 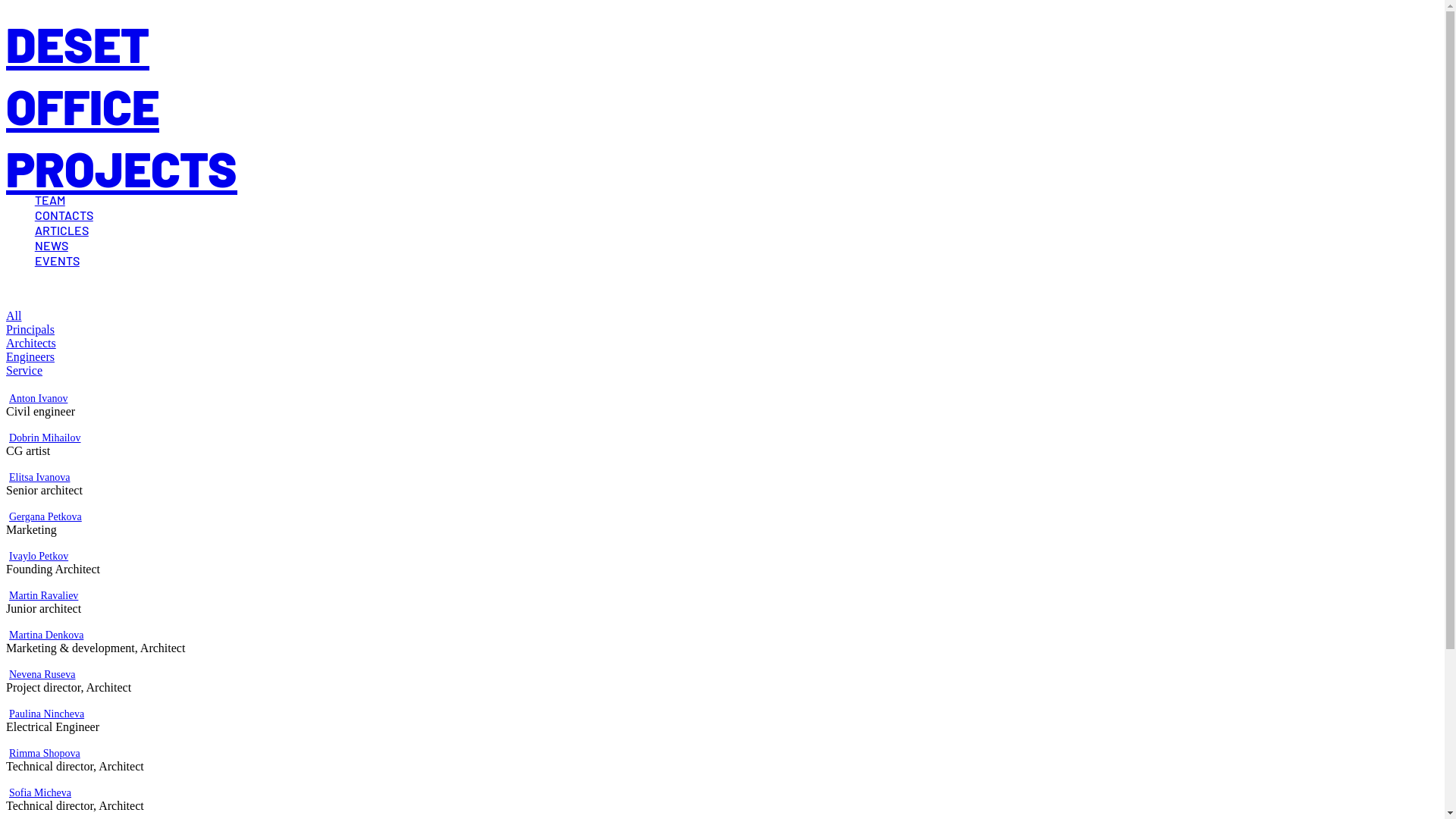 I want to click on 'Rimma Shopova', so click(x=44, y=753).